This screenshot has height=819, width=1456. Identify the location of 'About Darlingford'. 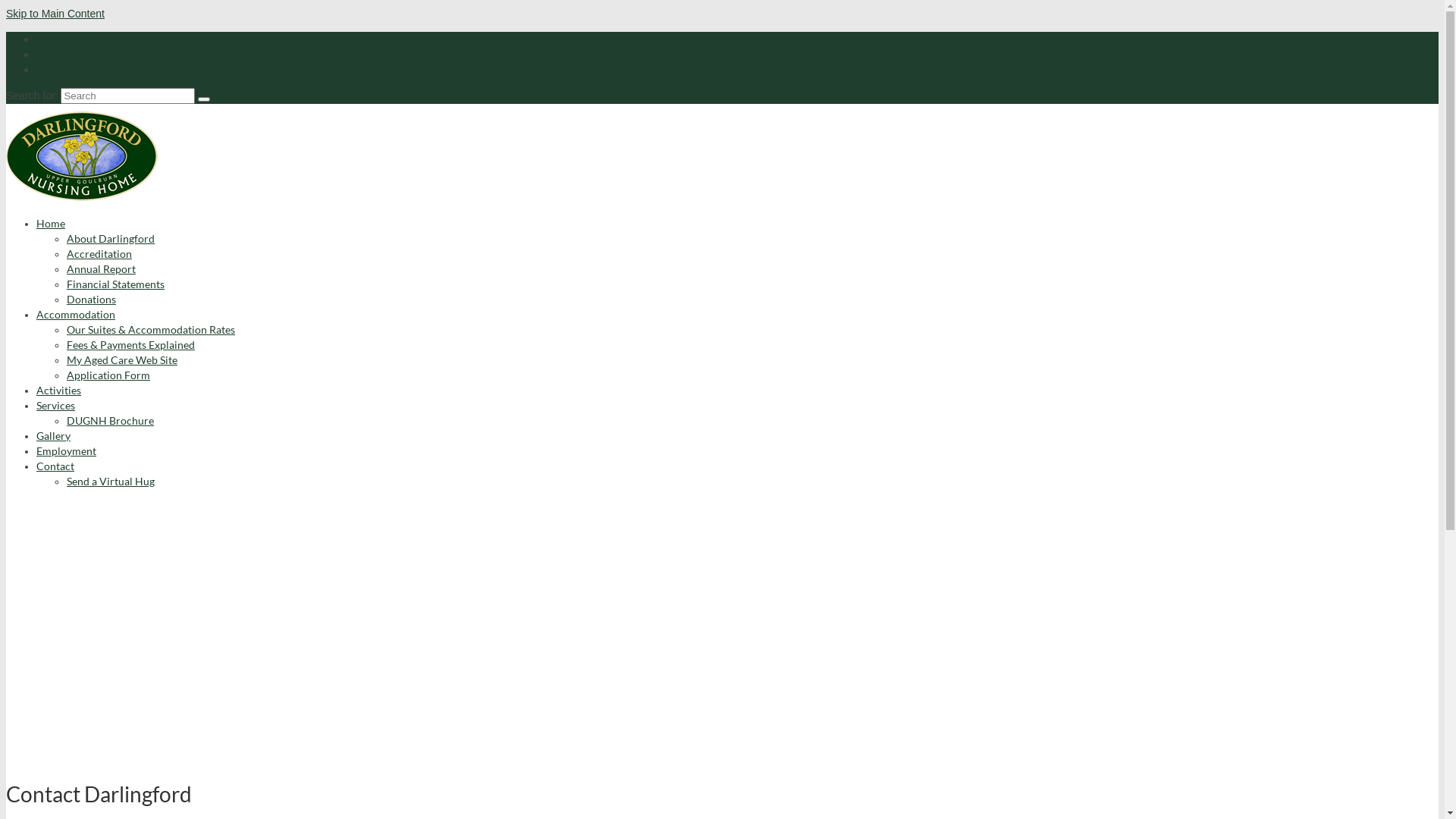
(109, 238).